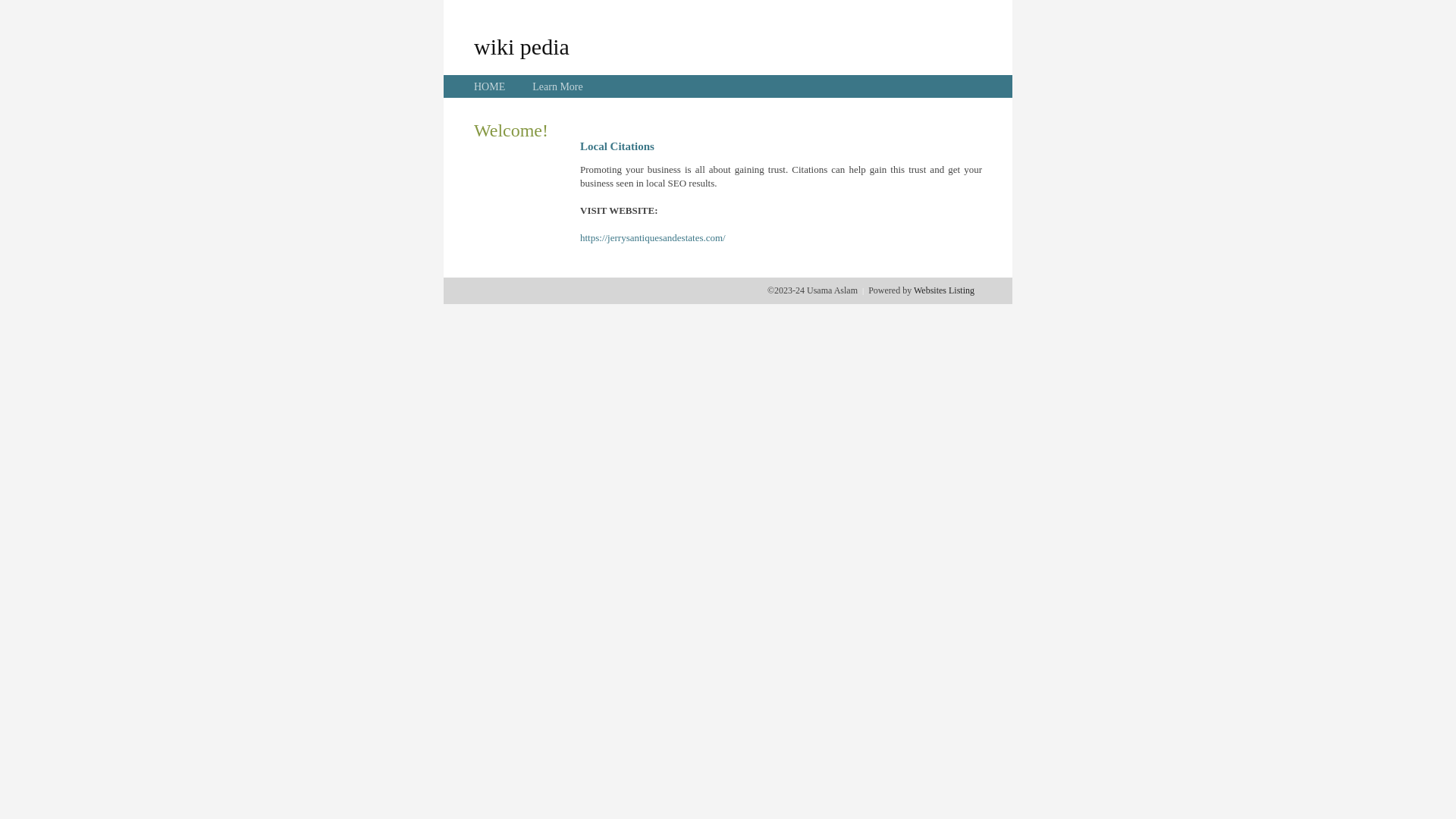  What do you see at coordinates (521, 45) in the screenshot?
I see `'wiki pedia'` at bounding box center [521, 45].